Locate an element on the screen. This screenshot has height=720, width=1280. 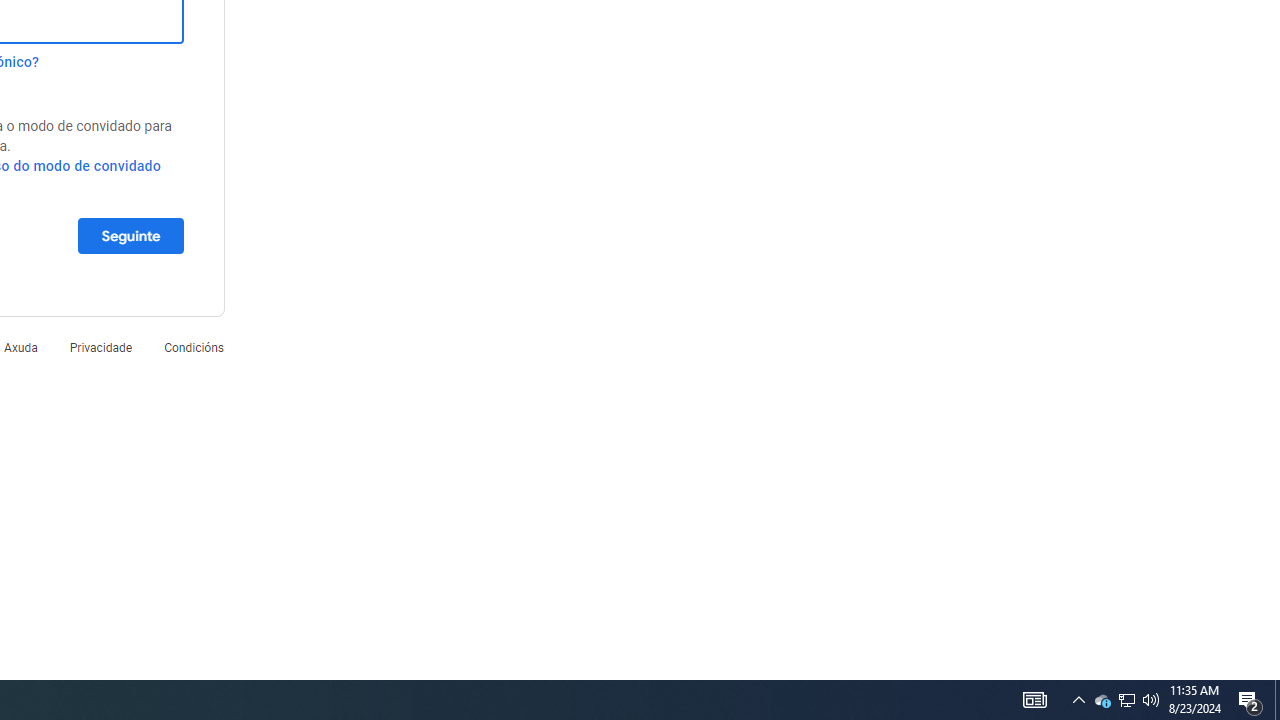
'Privacidade' is located at coordinates (99, 346).